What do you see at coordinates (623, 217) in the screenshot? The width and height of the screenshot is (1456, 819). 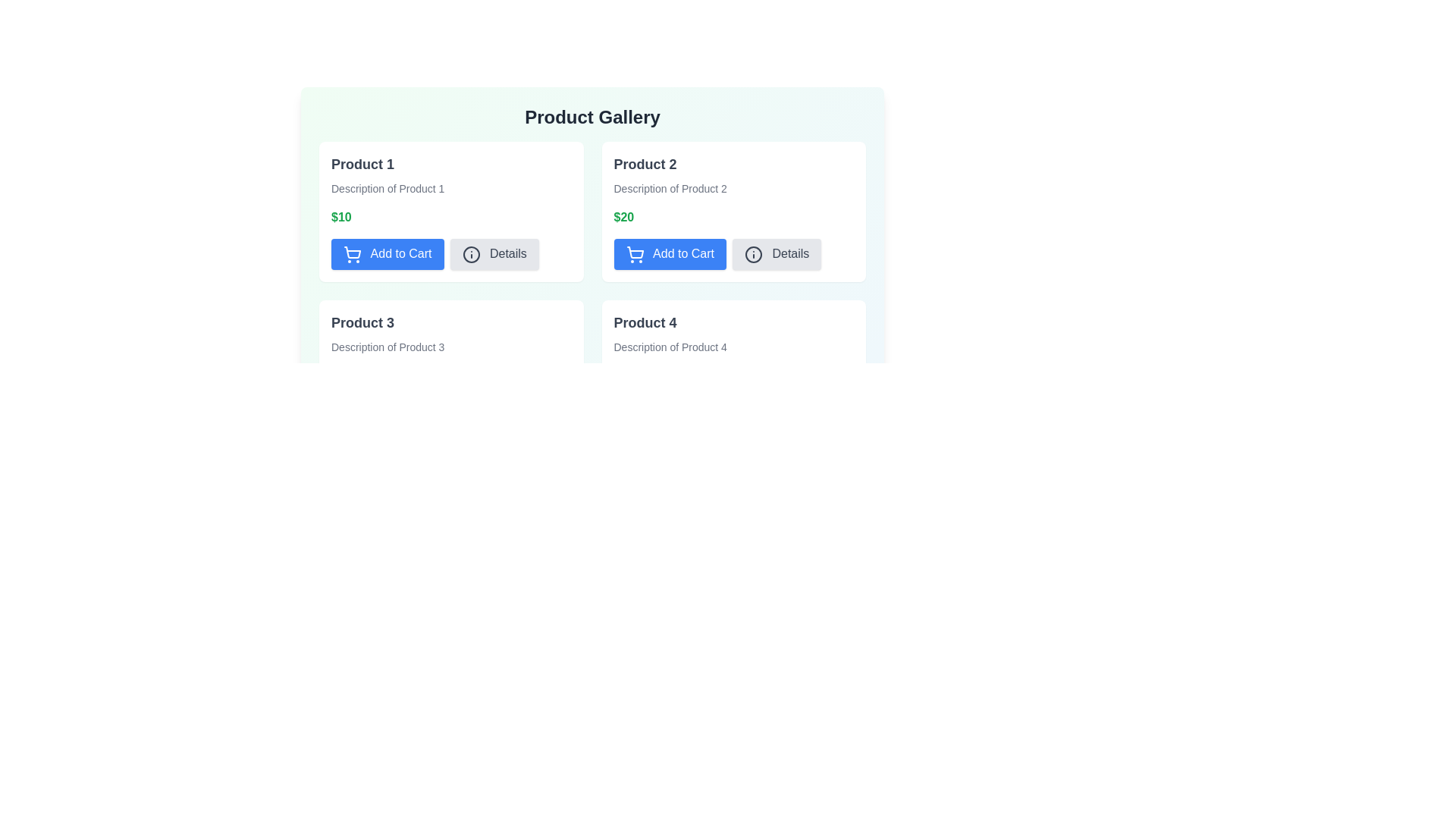 I see `the text displaying the price '$20', which is styled in medium green color and bold weight, located in the second product card, positioned below the product description and above the 'Add to Cart' button` at bounding box center [623, 217].